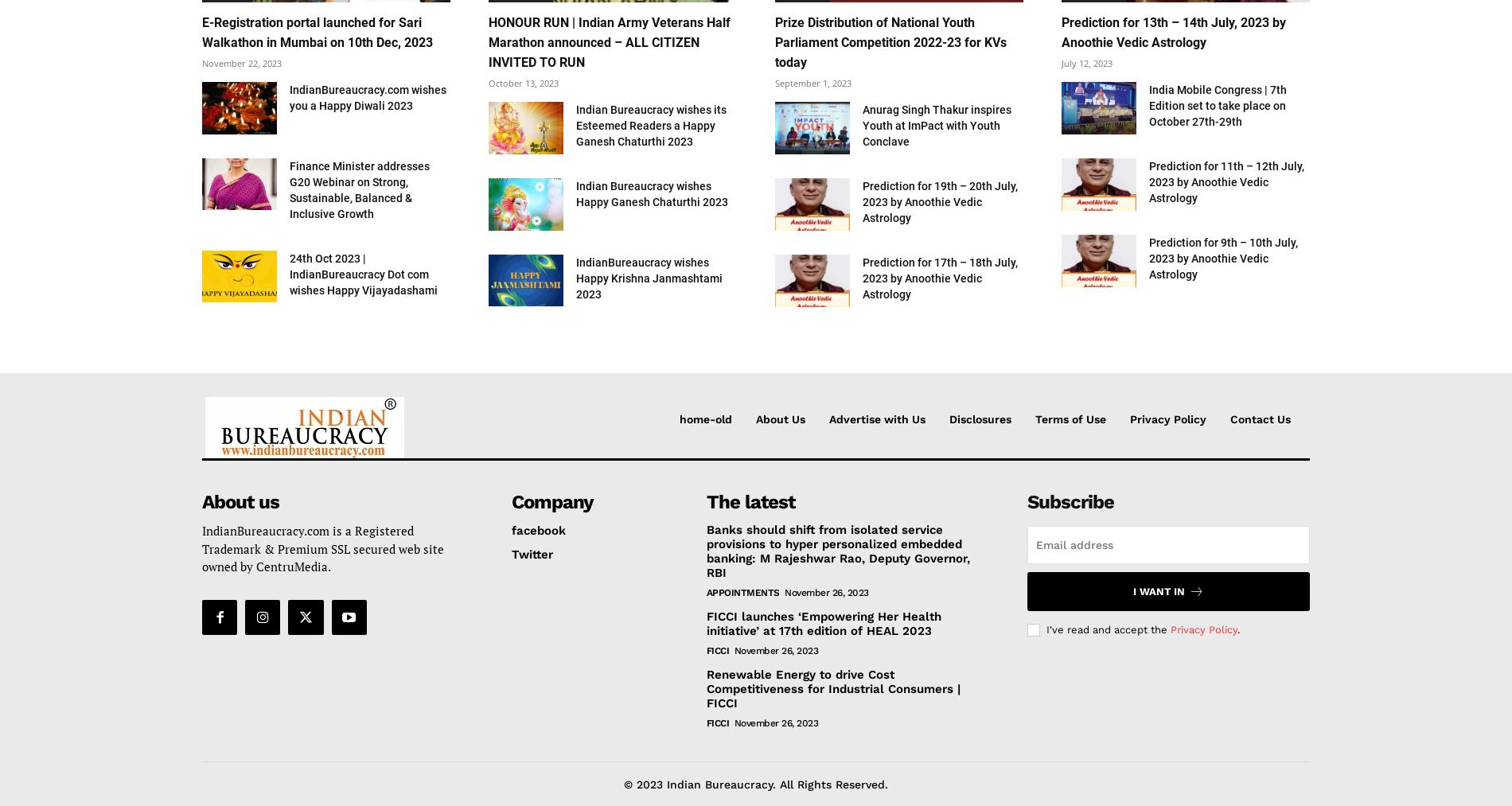  What do you see at coordinates (679, 419) in the screenshot?
I see `'home-old'` at bounding box center [679, 419].